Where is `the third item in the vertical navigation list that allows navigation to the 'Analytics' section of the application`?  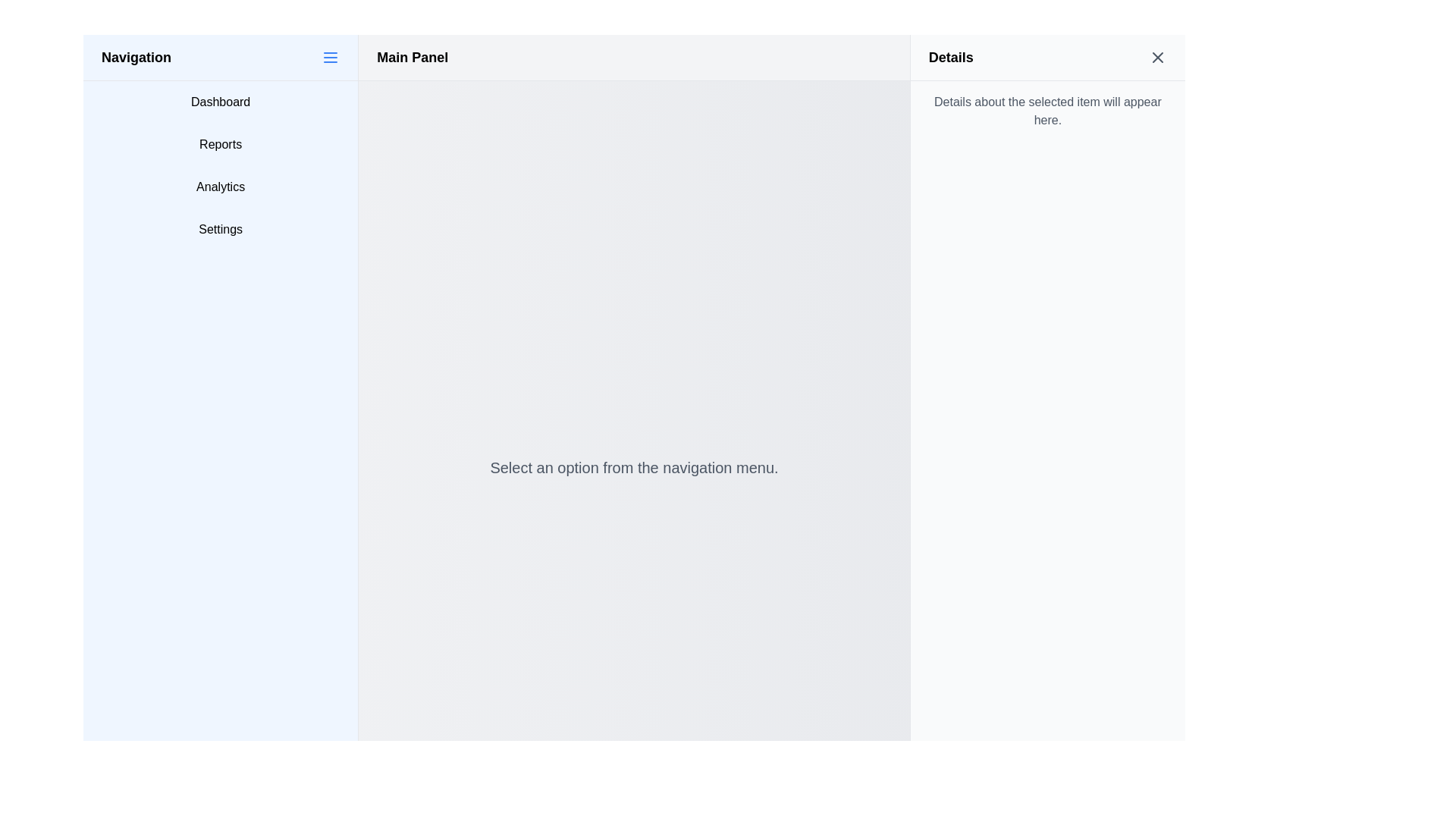 the third item in the vertical navigation list that allows navigation to the 'Analytics' section of the application is located at coordinates (220, 186).